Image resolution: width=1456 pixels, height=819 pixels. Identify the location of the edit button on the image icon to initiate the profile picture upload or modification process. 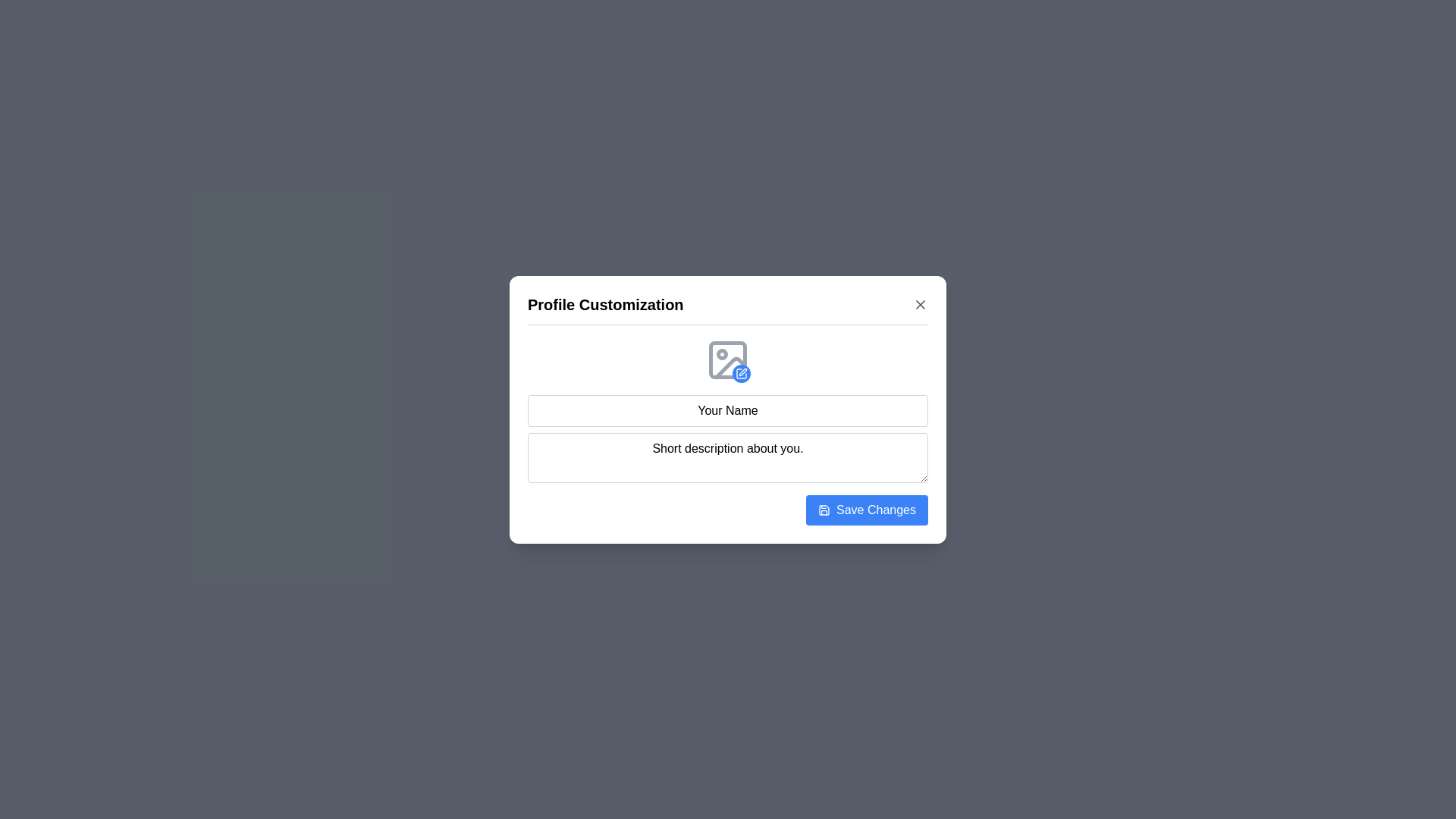
(742, 373).